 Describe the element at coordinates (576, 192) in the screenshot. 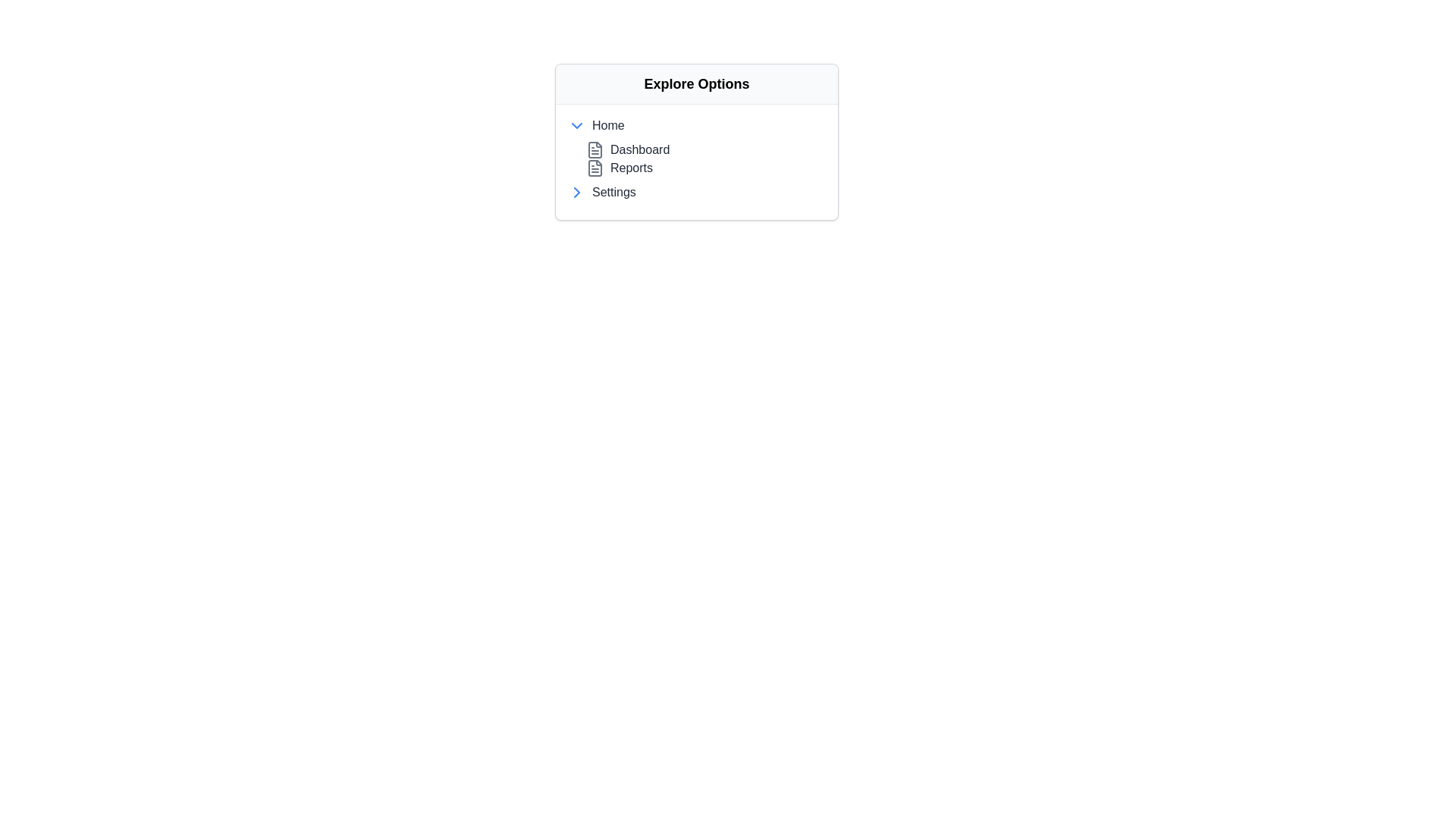

I see `the right-facing blue chevron icon adjacent to the 'Settings' label in the 'Explore Options' section` at that location.